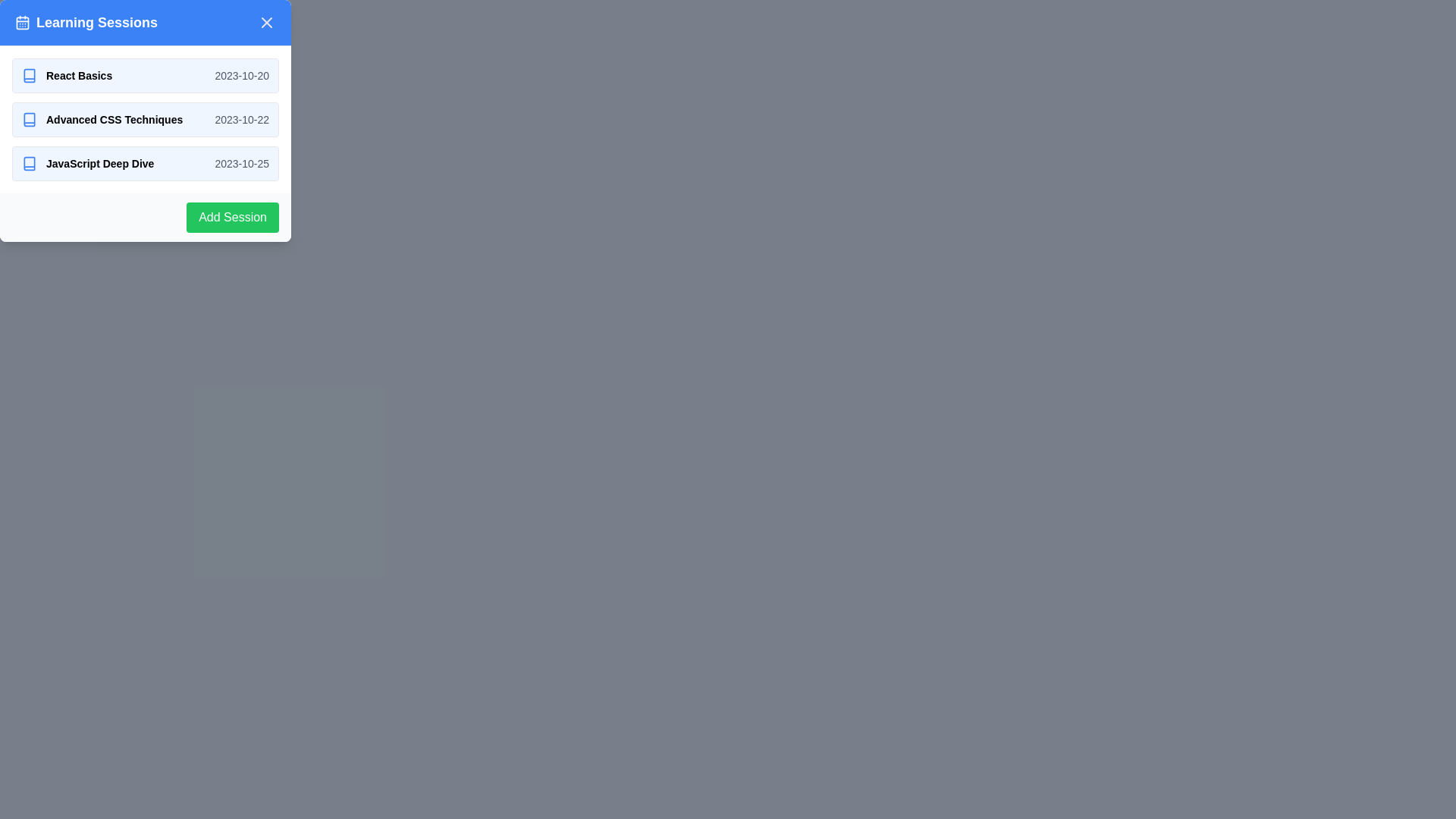 The image size is (1456, 819). Describe the element at coordinates (22, 23) in the screenshot. I see `the small calendar icon located at the leftmost position of the 'Learning Sessions' title bar` at that location.